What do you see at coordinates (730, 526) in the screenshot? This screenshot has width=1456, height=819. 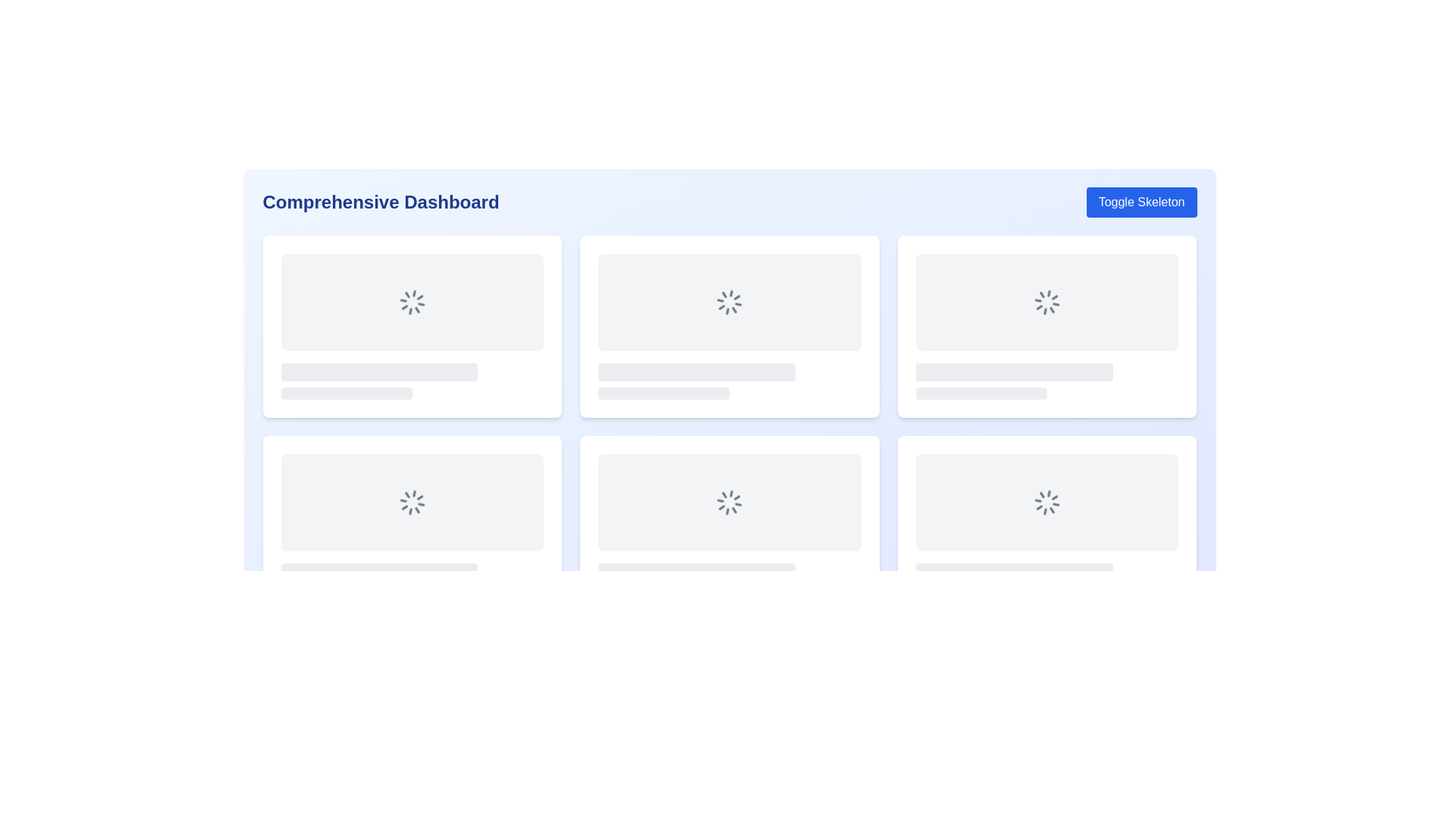 I see `the Loading Placeholder with Spinner, which is a white rectangular box with rounded corners and a gray loading spinner in the center, located in the second row and second column of a 3x2 grid layout under the 'Comprehensive Dashboard' top bar` at bounding box center [730, 526].